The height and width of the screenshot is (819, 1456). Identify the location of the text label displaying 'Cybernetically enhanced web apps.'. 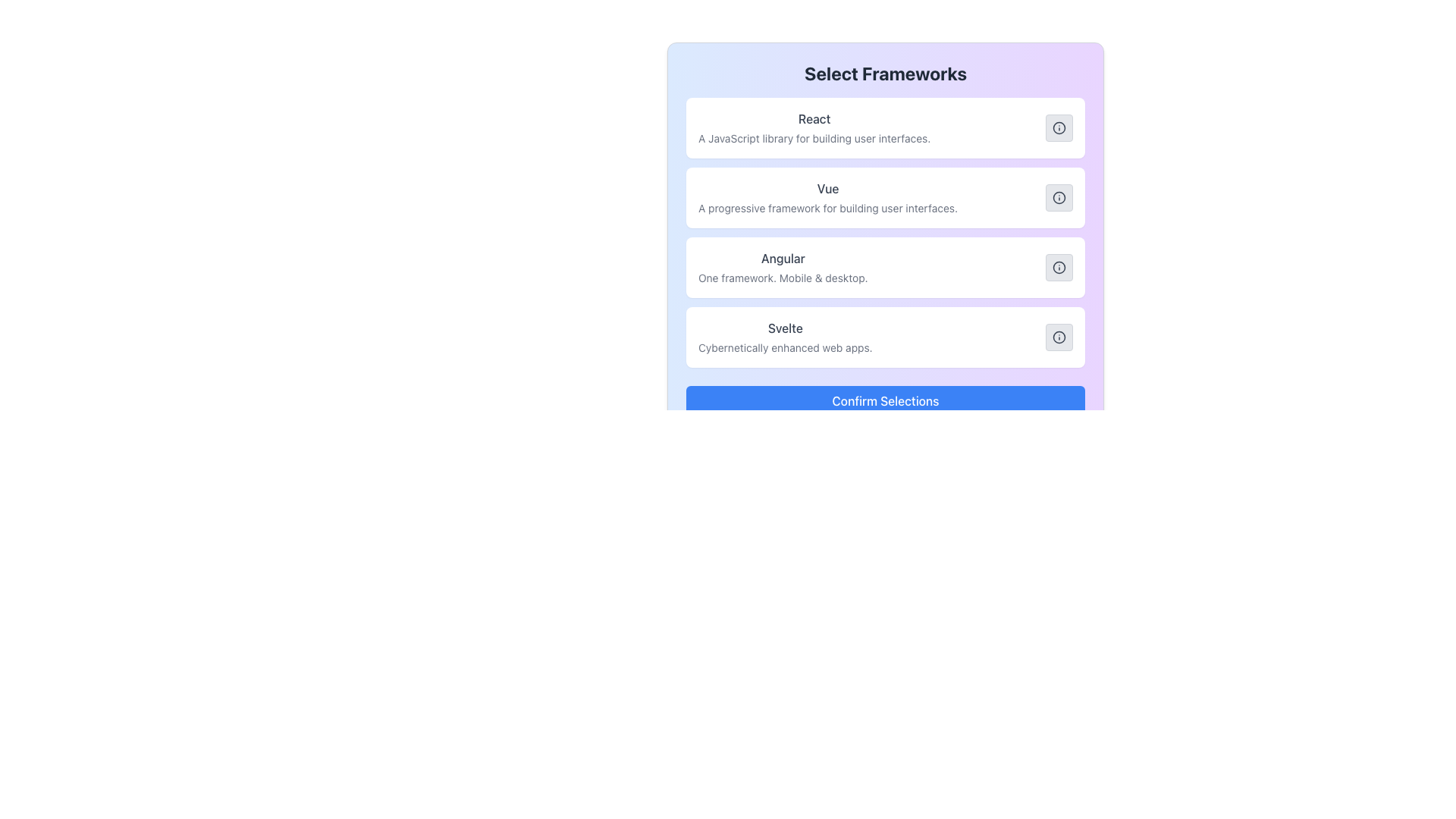
(785, 348).